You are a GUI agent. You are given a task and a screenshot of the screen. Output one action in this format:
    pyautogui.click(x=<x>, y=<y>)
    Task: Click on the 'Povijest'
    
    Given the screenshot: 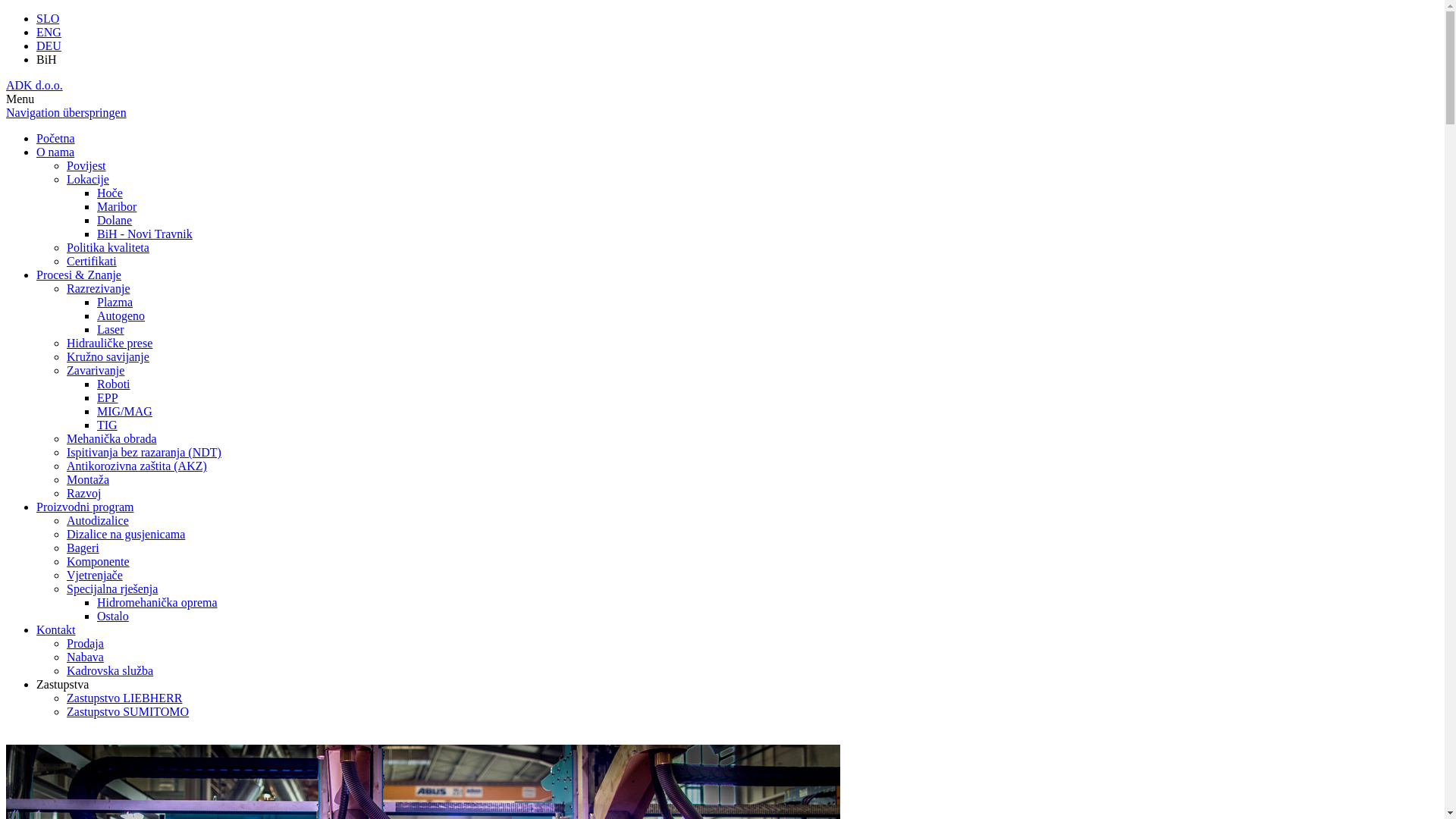 What is the action you would take?
    pyautogui.click(x=86, y=165)
    